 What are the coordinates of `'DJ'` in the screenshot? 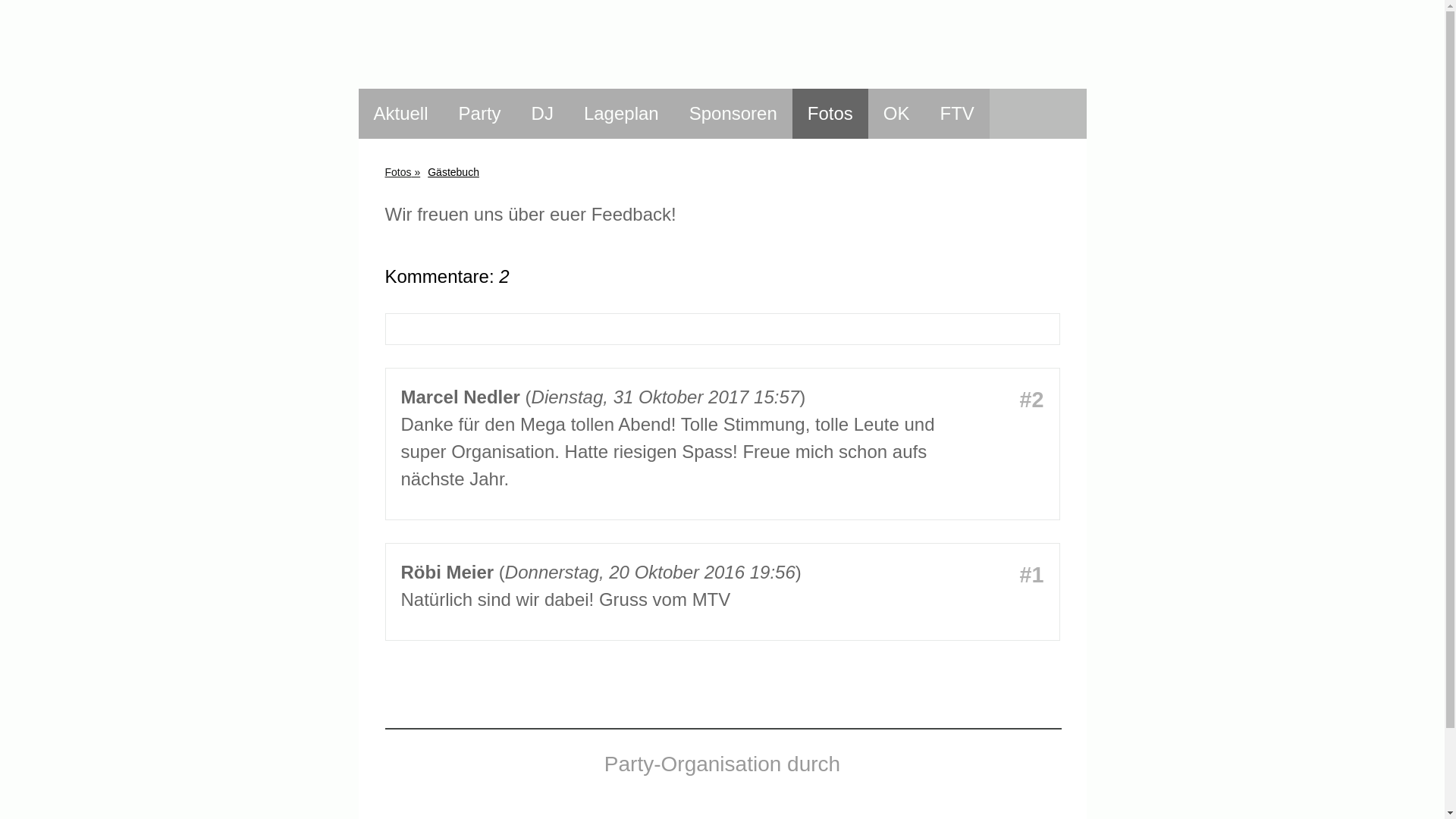 It's located at (542, 113).